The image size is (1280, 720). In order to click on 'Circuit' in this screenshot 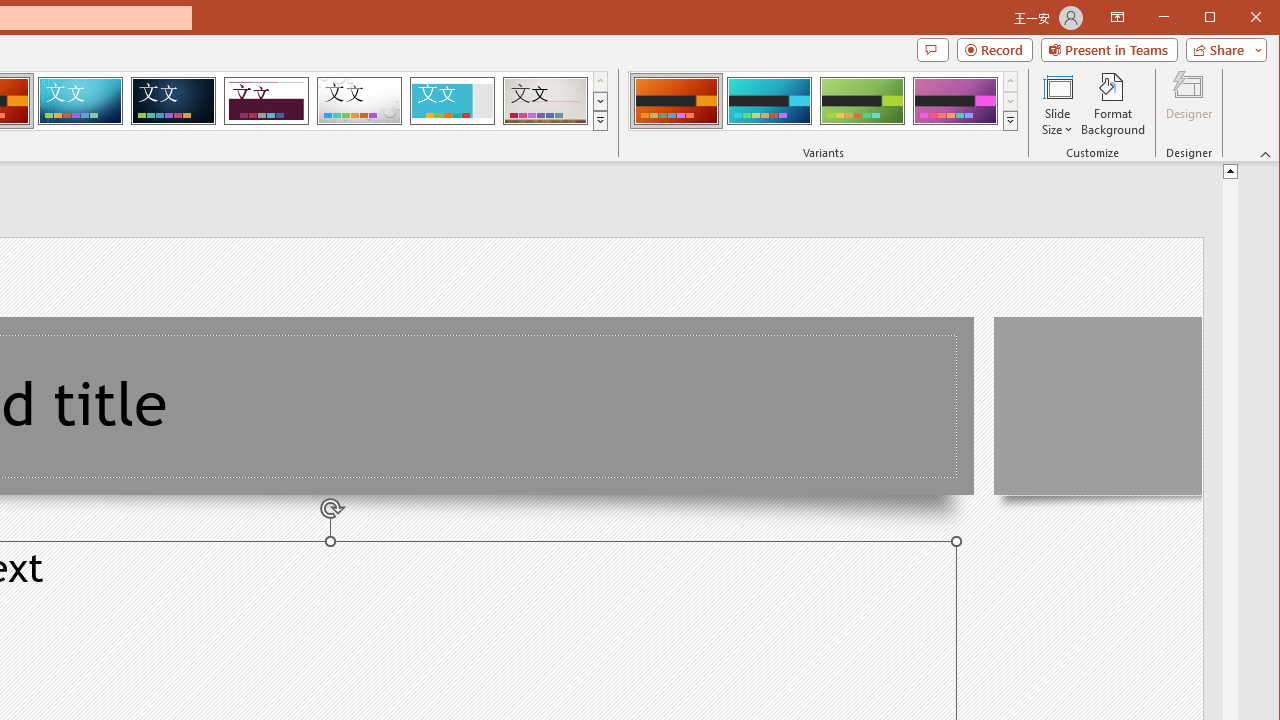, I will do `click(80, 100)`.